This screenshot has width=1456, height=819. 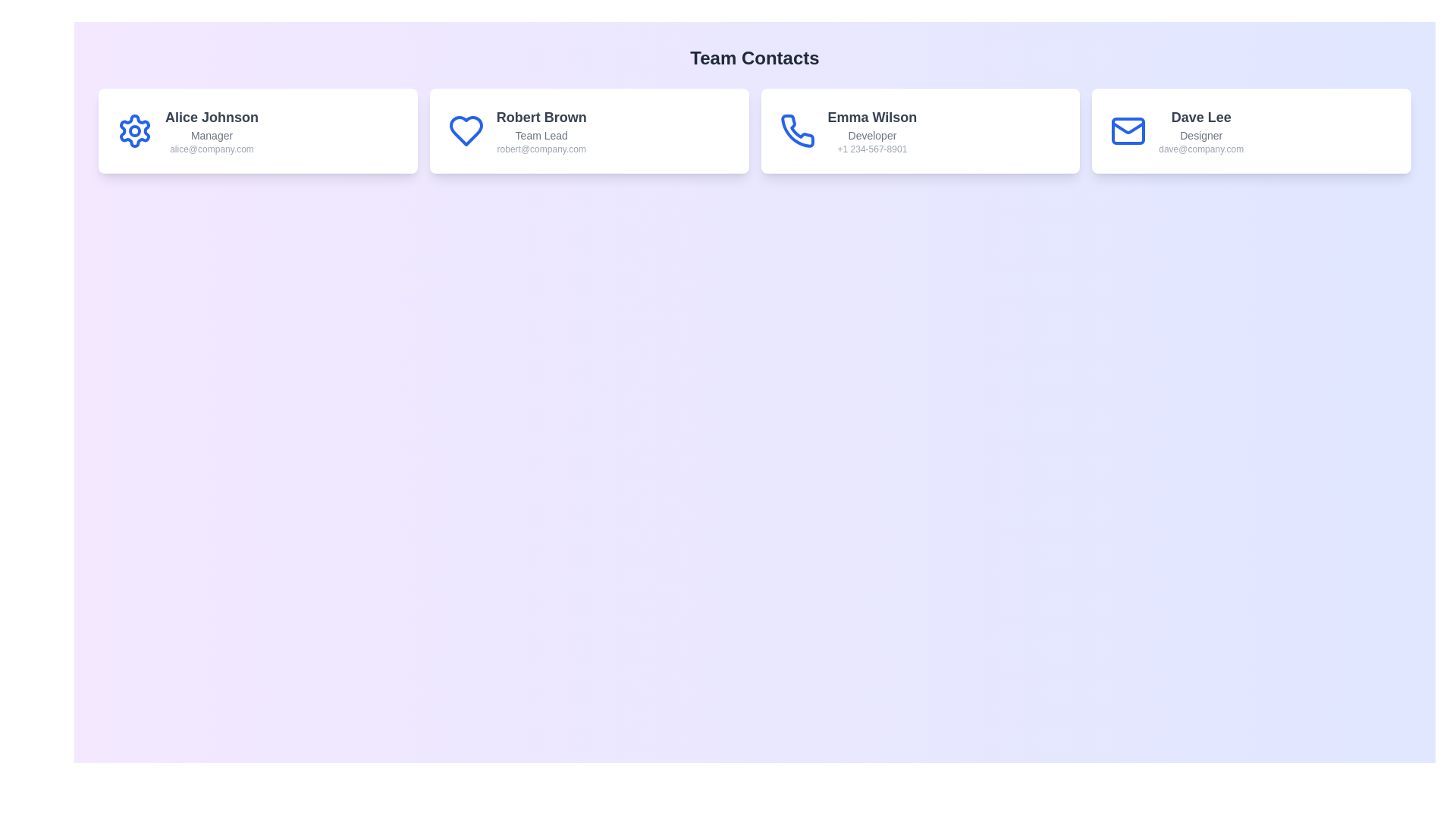 What do you see at coordinates (872, 149) in the screenshot?
I see `the phone number text label displayed in gray color, located below the 'Developer' text within the 'Emma Wilson' contact card` at bounding box center [872, 149].